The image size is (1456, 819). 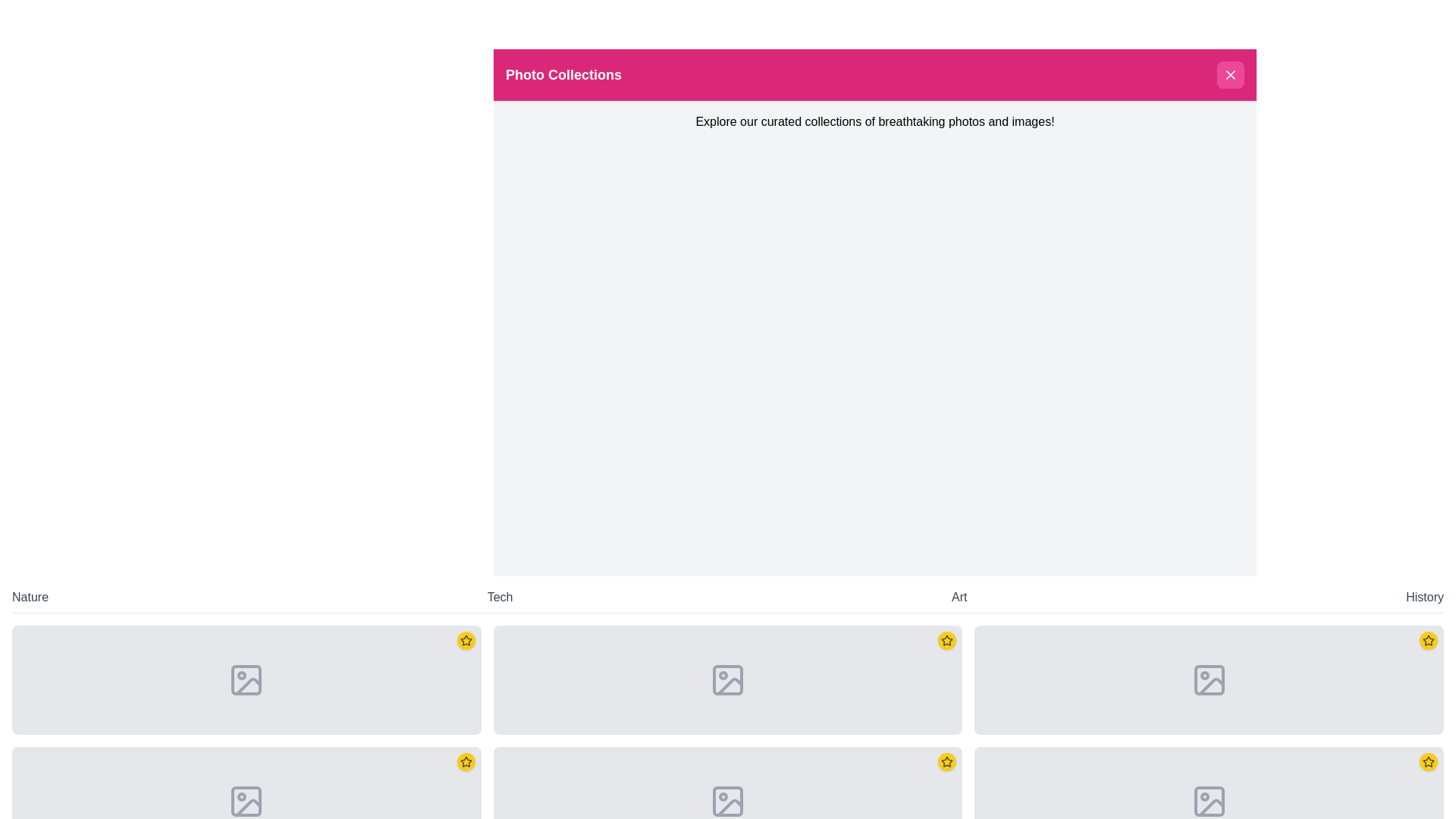 What do you see at coordinates (465, 640) in the screenshot?
I see `the favorite toggle icon button located in the top-right corner of the rectangular card` at bounding box center [465, 640].